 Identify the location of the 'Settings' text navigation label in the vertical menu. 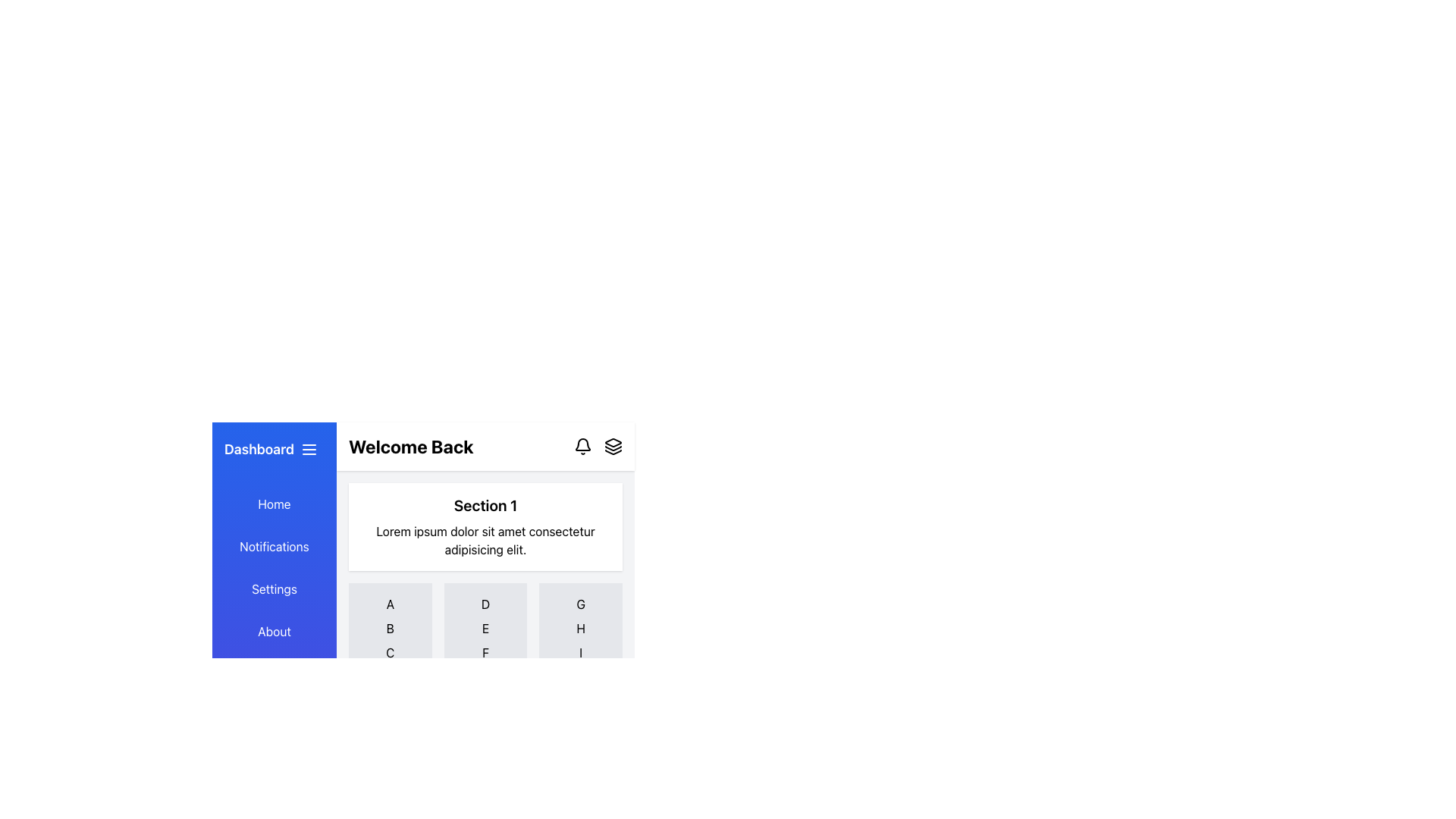
(274, 588).